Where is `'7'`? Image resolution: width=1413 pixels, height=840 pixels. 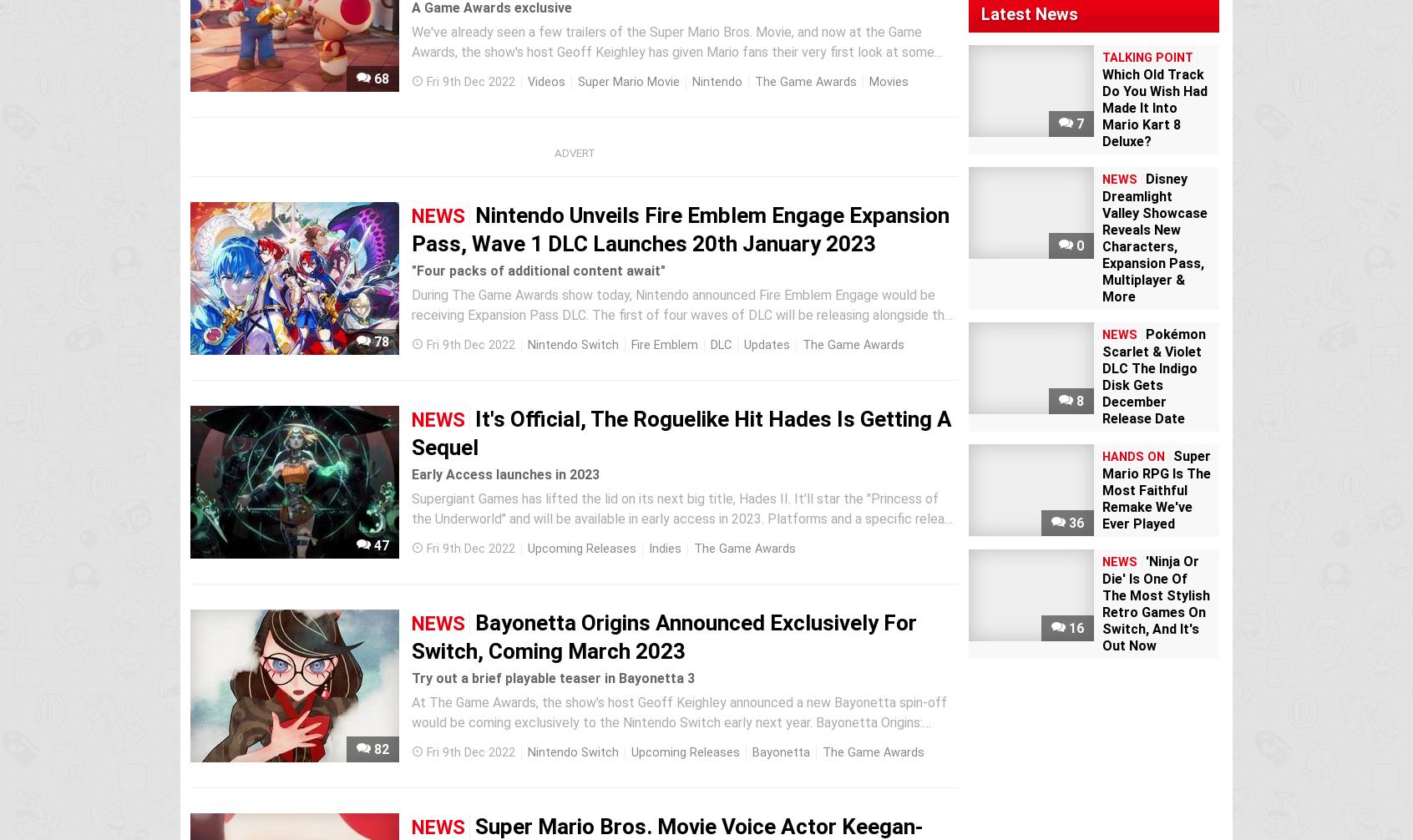 '7' is located at coordinates (1077, 124).